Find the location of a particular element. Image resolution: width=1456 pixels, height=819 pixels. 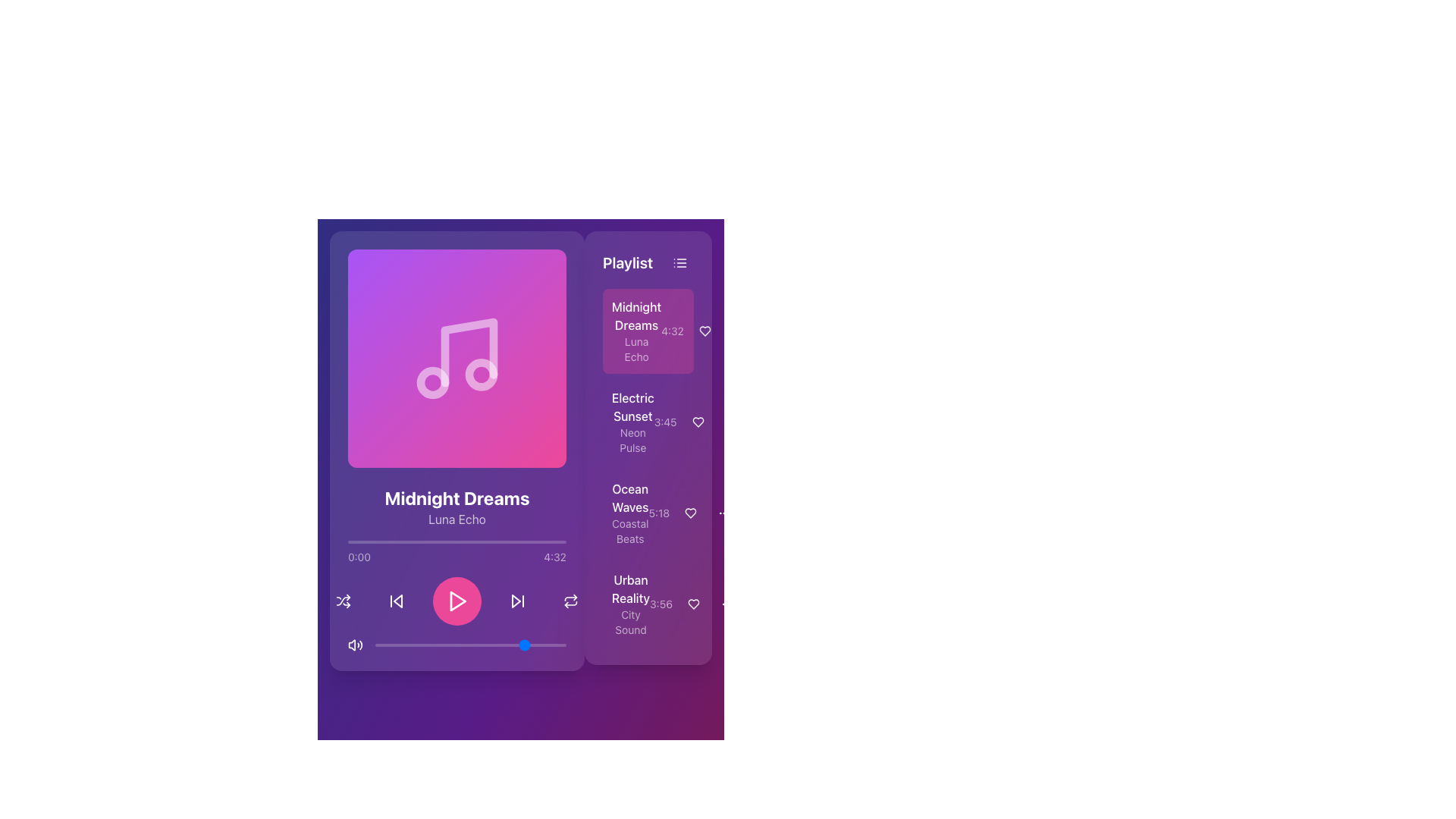

the second item in the playlist section, which represents a song or album entry is located at coordinates (632, 422).